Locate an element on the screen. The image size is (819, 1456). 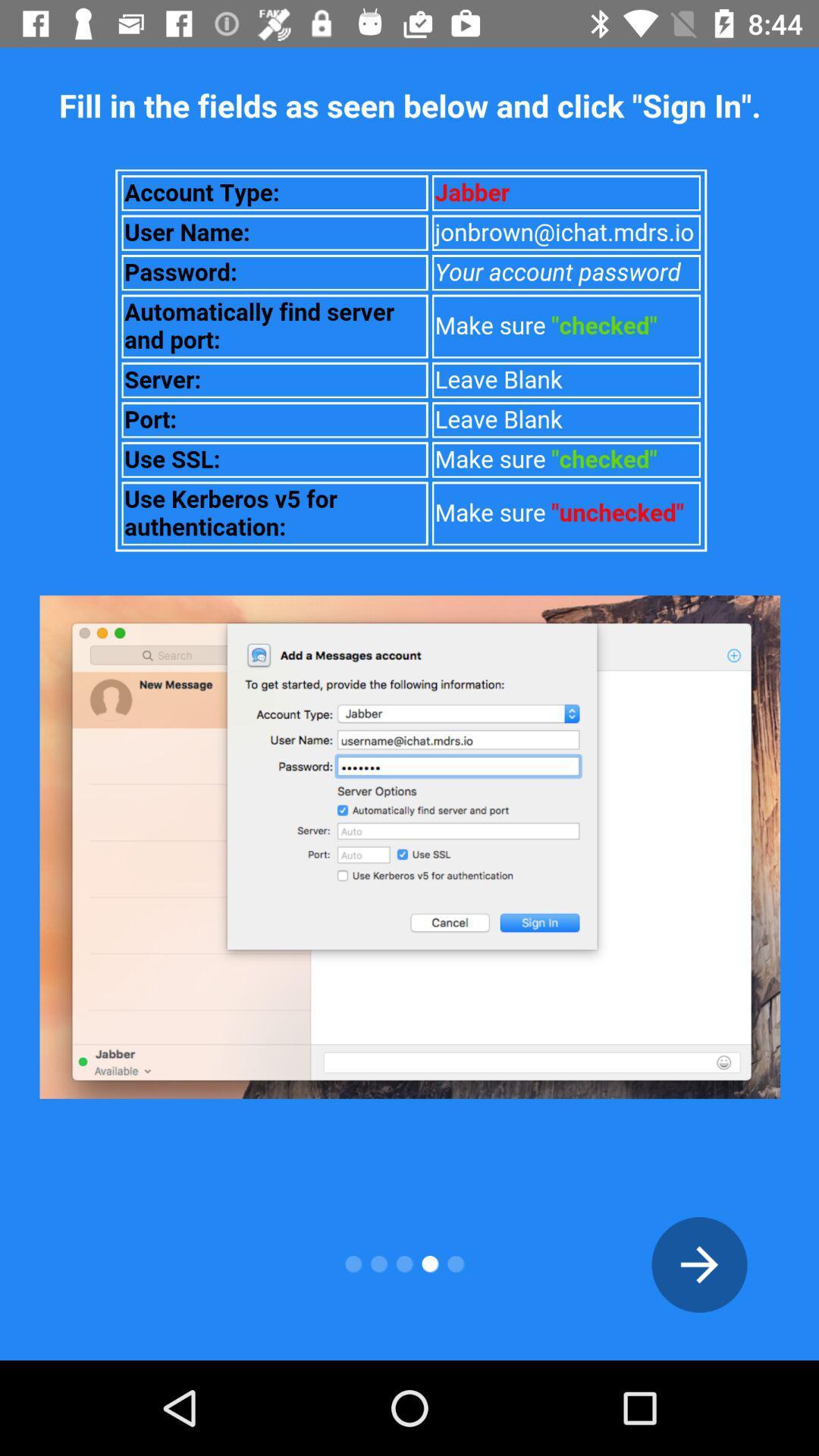
go forward is located at coordinates (699, 1264).